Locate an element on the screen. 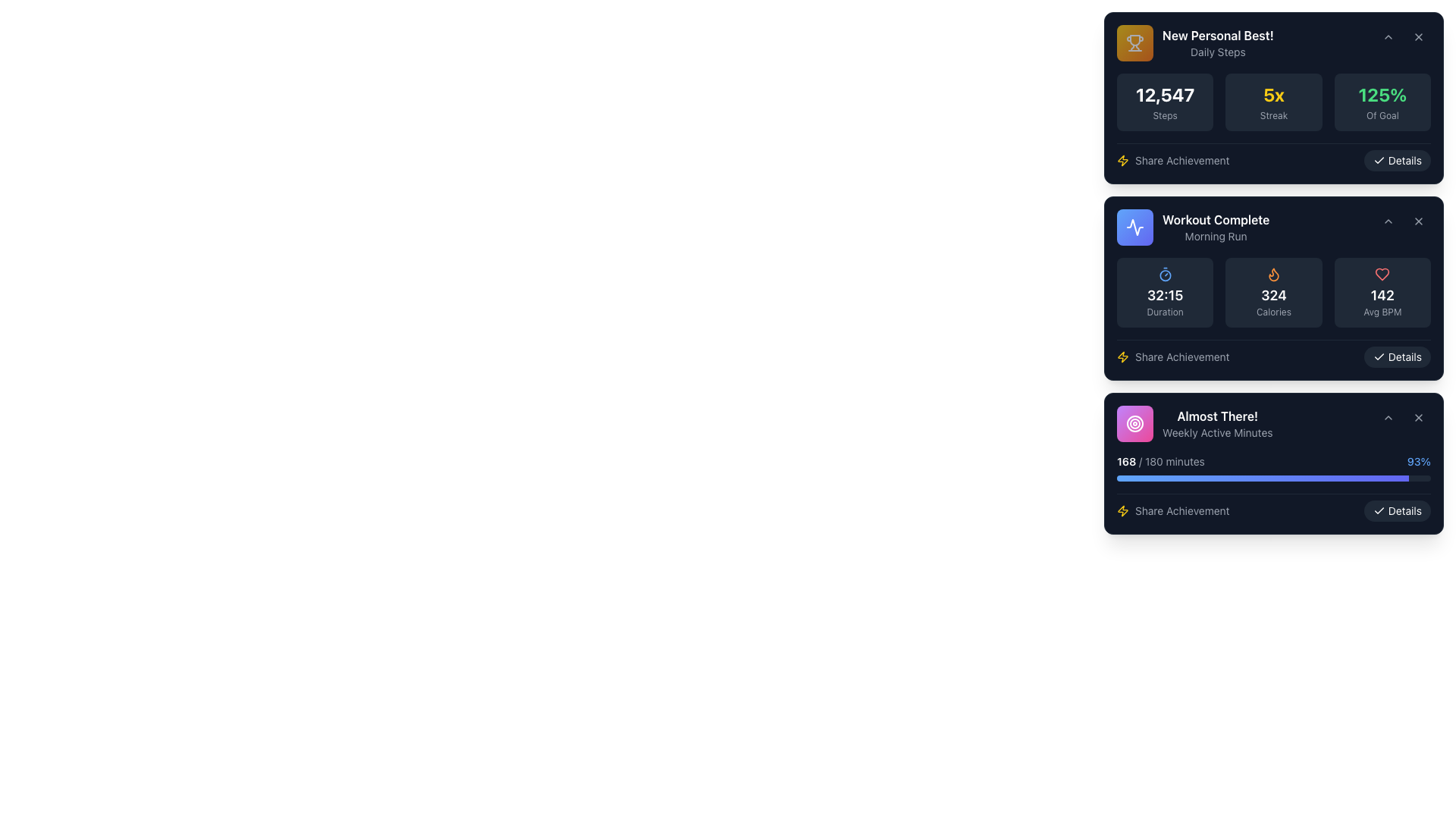  the text display that shows '168 / 180 minutes' in the bottom panel titled 'Almost There! Weekly Active Minutes' is located at coordinates (1126, 460).